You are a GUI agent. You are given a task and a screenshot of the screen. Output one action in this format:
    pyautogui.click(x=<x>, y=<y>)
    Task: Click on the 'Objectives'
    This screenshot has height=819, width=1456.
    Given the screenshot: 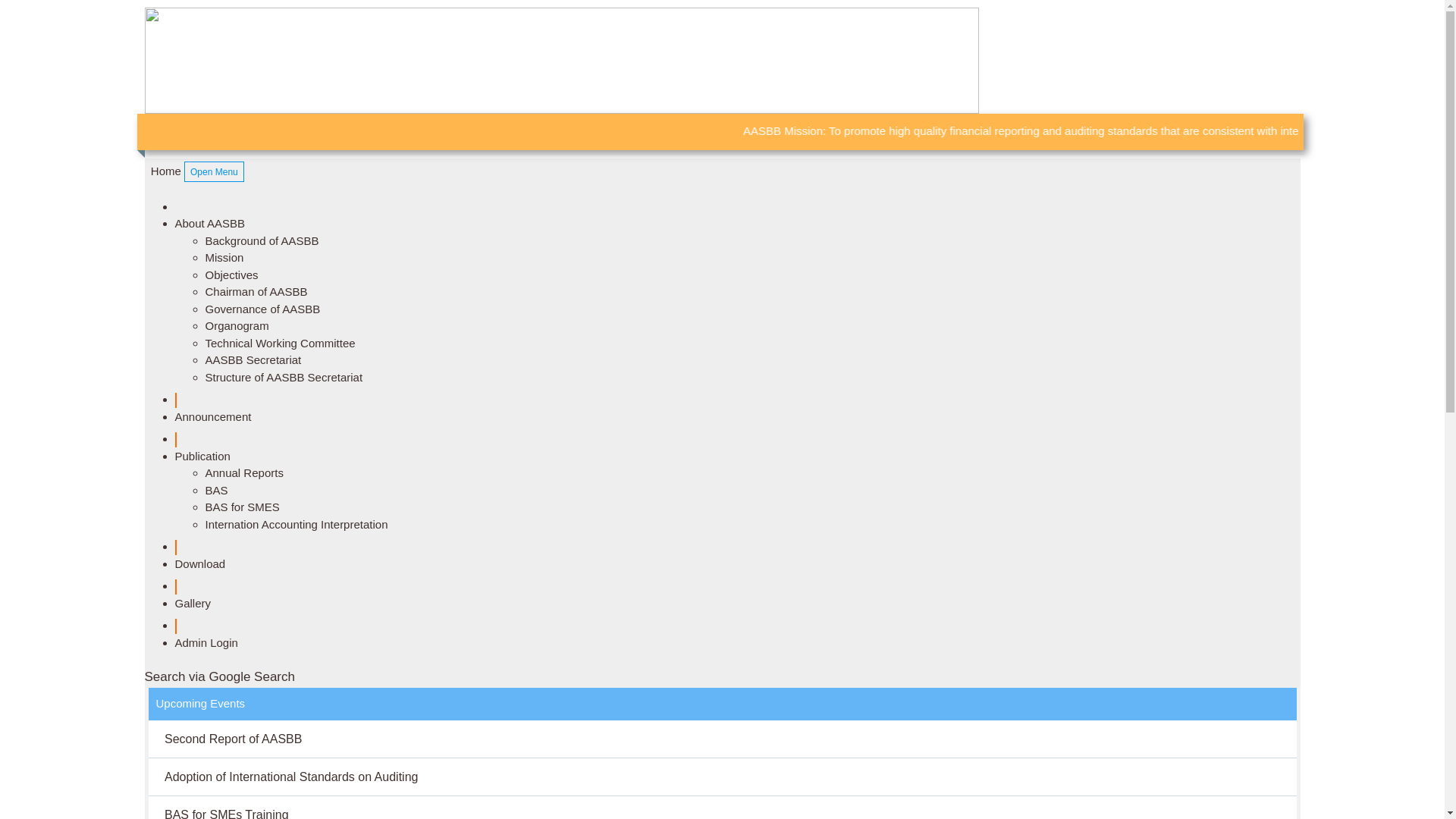 What is the action you would take?
    pyautogui.click(x=203, y=275)
    